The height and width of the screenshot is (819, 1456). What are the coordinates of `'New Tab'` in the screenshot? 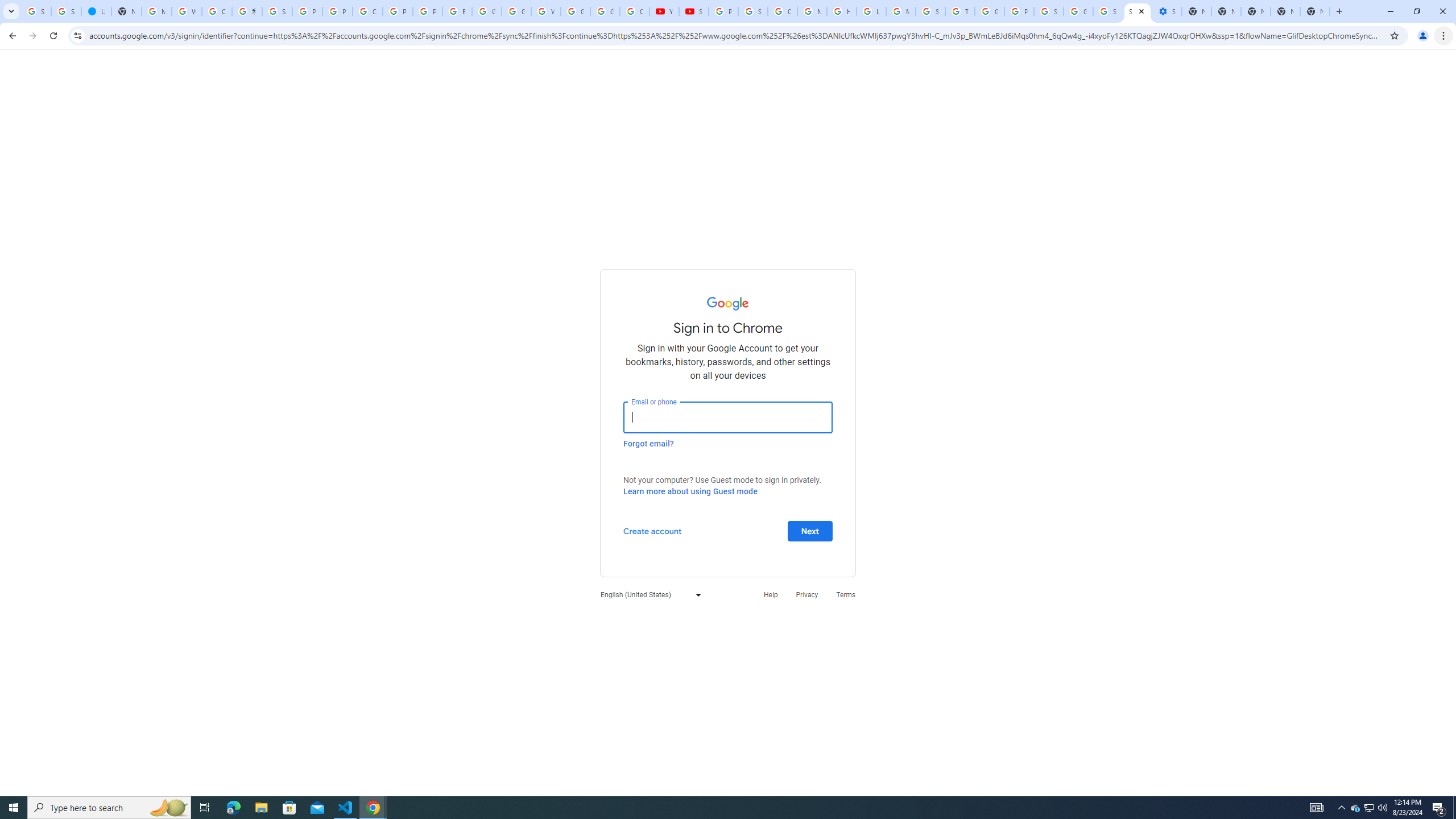 It's located at (1314, 11).